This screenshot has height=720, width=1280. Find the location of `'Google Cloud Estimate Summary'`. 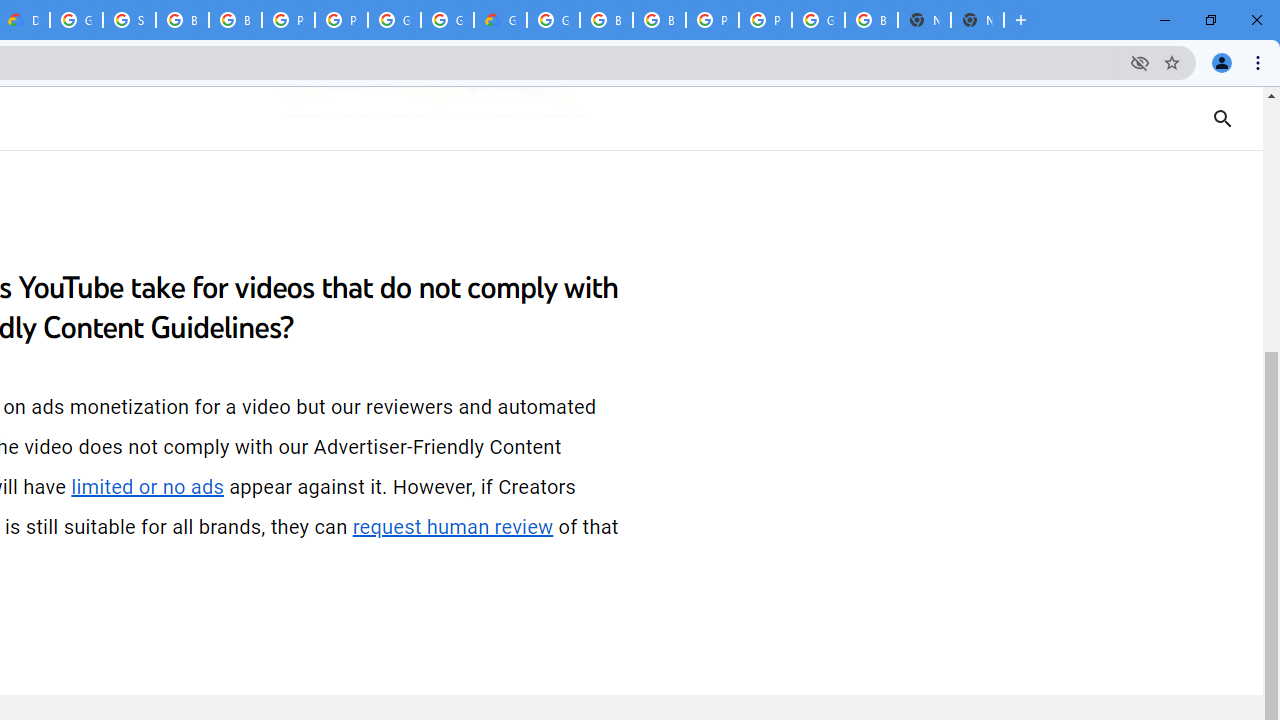

'Google Cloud Estimate Summary' is located at coordinates (500, 20).